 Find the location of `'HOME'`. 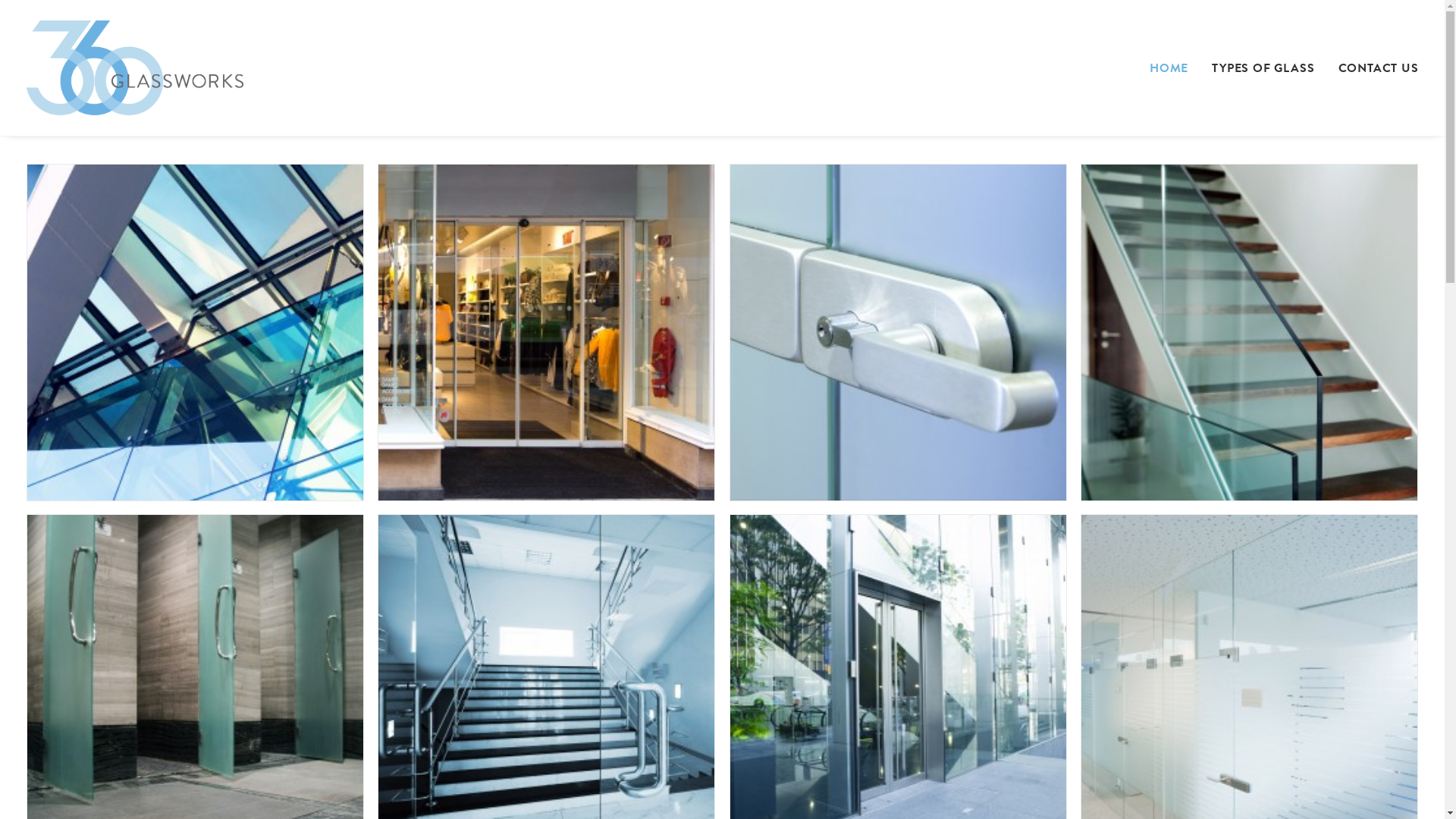

'HOME' is located at coordinates (1173, 67).